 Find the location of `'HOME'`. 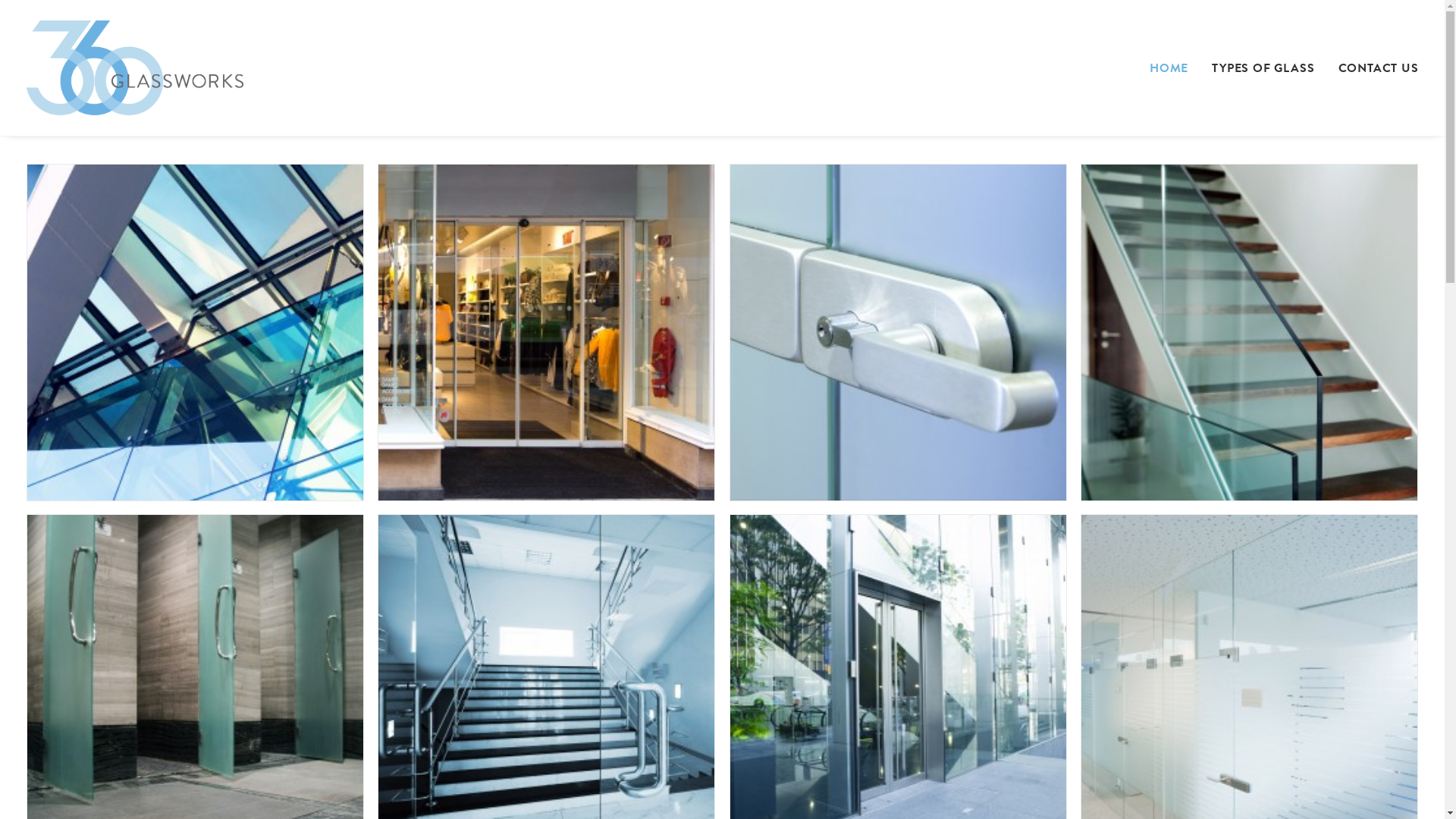

'HOME' is located at coordinates (1173, 67).